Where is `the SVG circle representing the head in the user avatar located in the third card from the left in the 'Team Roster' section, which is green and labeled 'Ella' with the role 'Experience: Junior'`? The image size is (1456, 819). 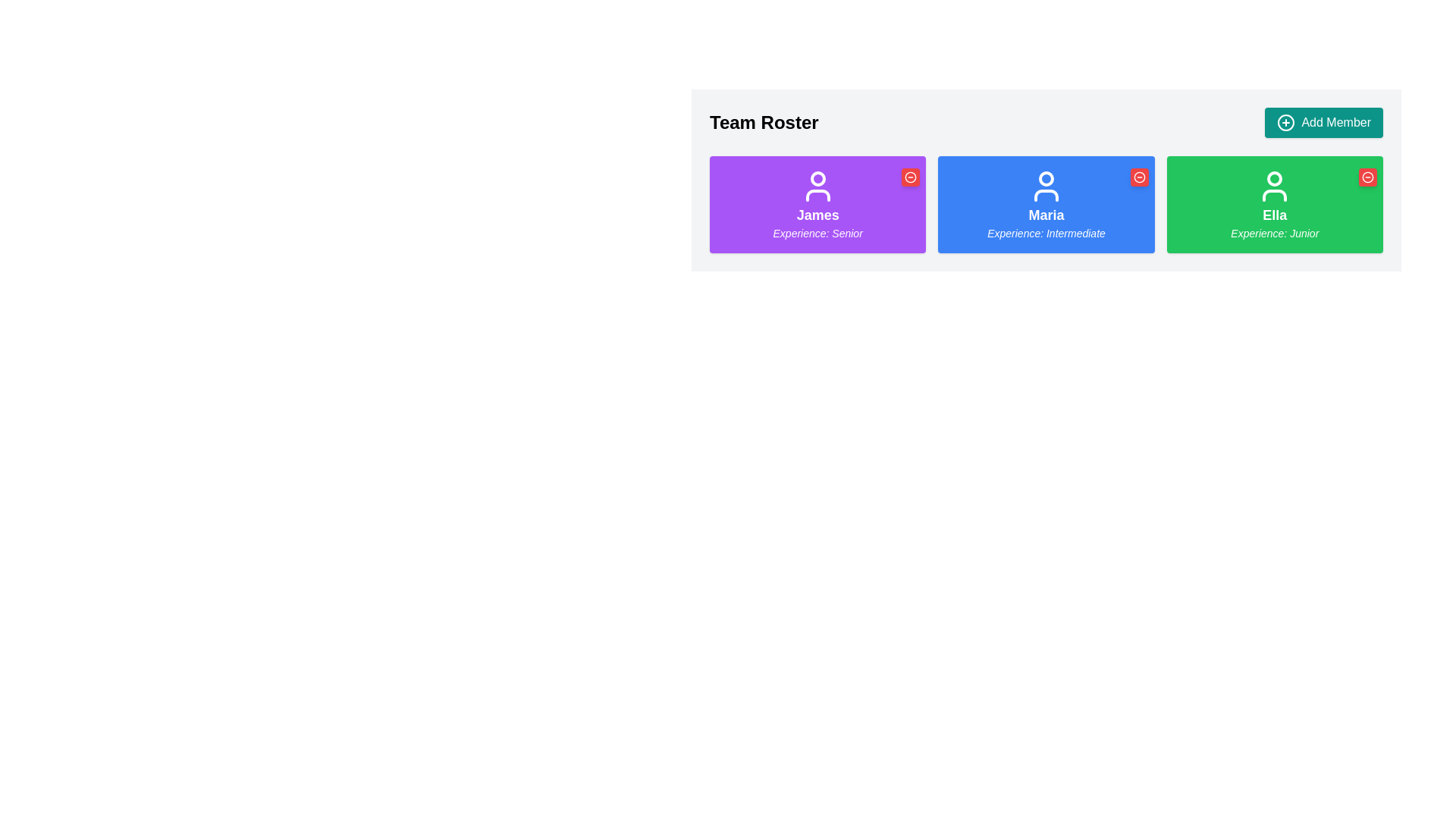 the SVG circle representing the head in the user avatar located in the third card from the left in the 'Team Roster' section, which is green and labeled 'Ella' with the role 'Experience: Junior' is located at coordinates (1274, 177).